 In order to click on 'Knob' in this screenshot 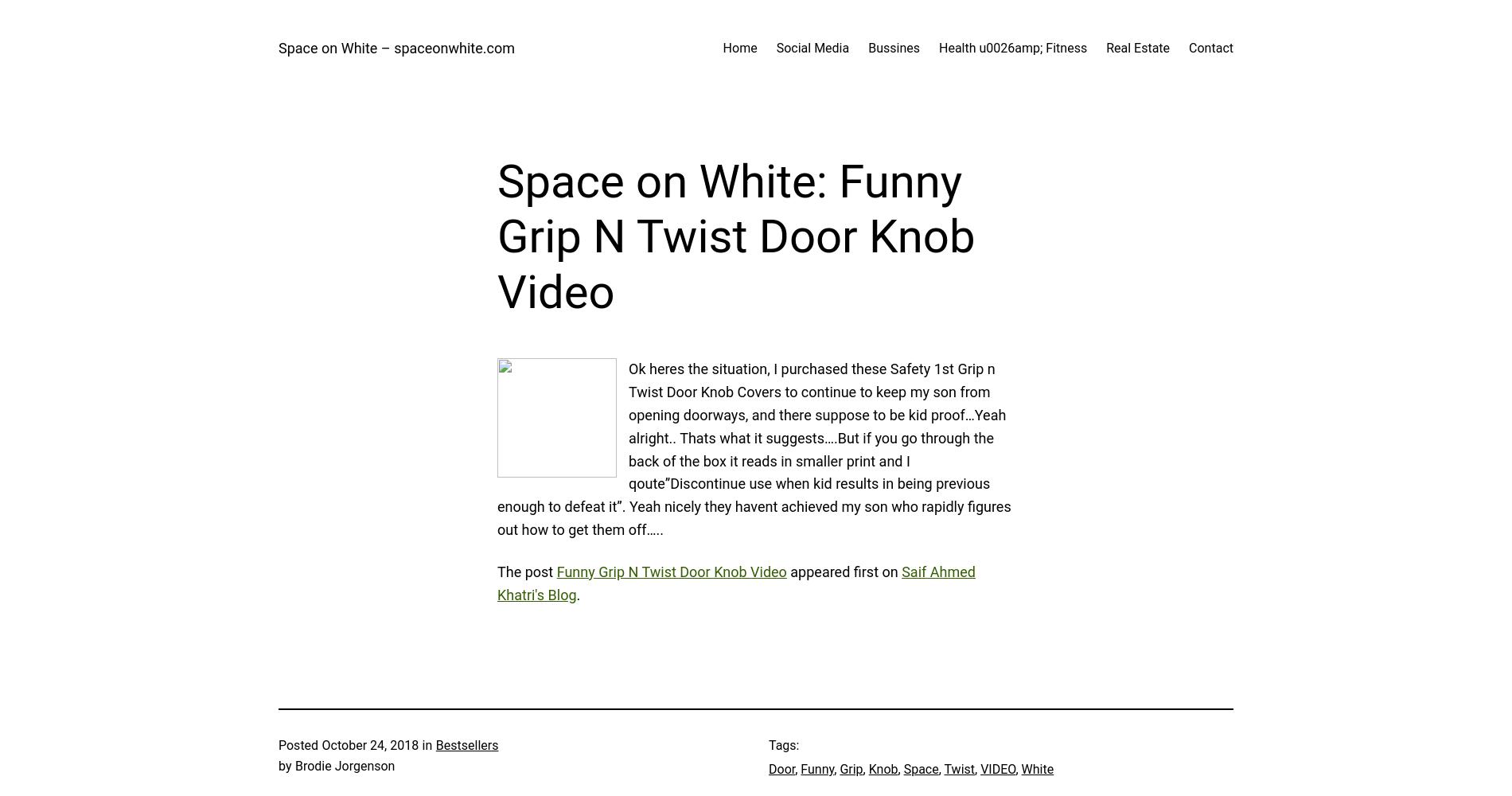, I will do `click(883, 768)`.